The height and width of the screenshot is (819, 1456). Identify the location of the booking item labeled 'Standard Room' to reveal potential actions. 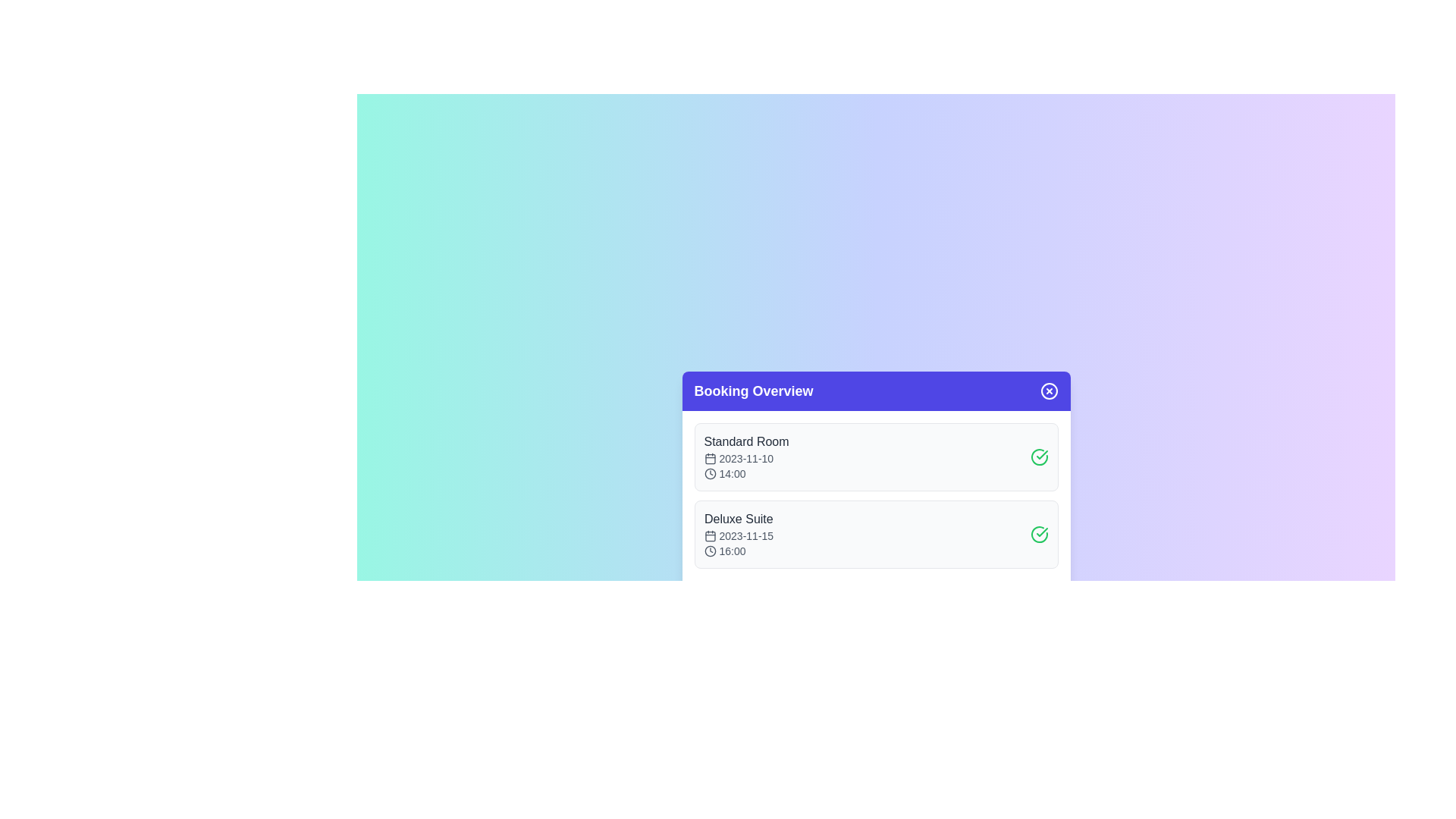
(876, 456).